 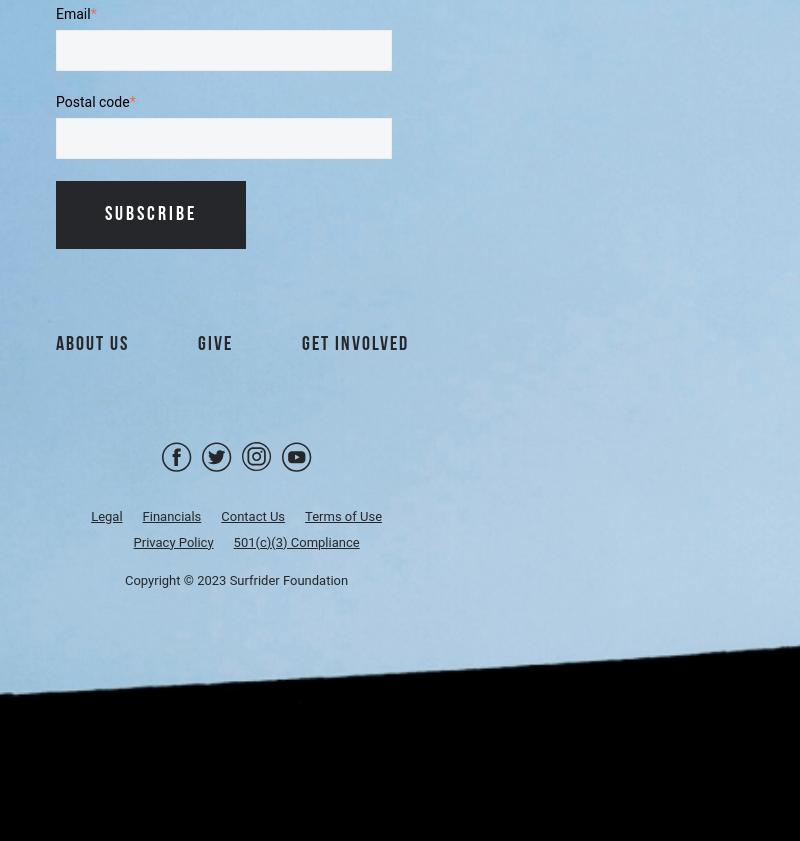 What do you see at coordinates (72, 12) in the screenshot?
I see `'Email'` at bounding box center [72, 12].